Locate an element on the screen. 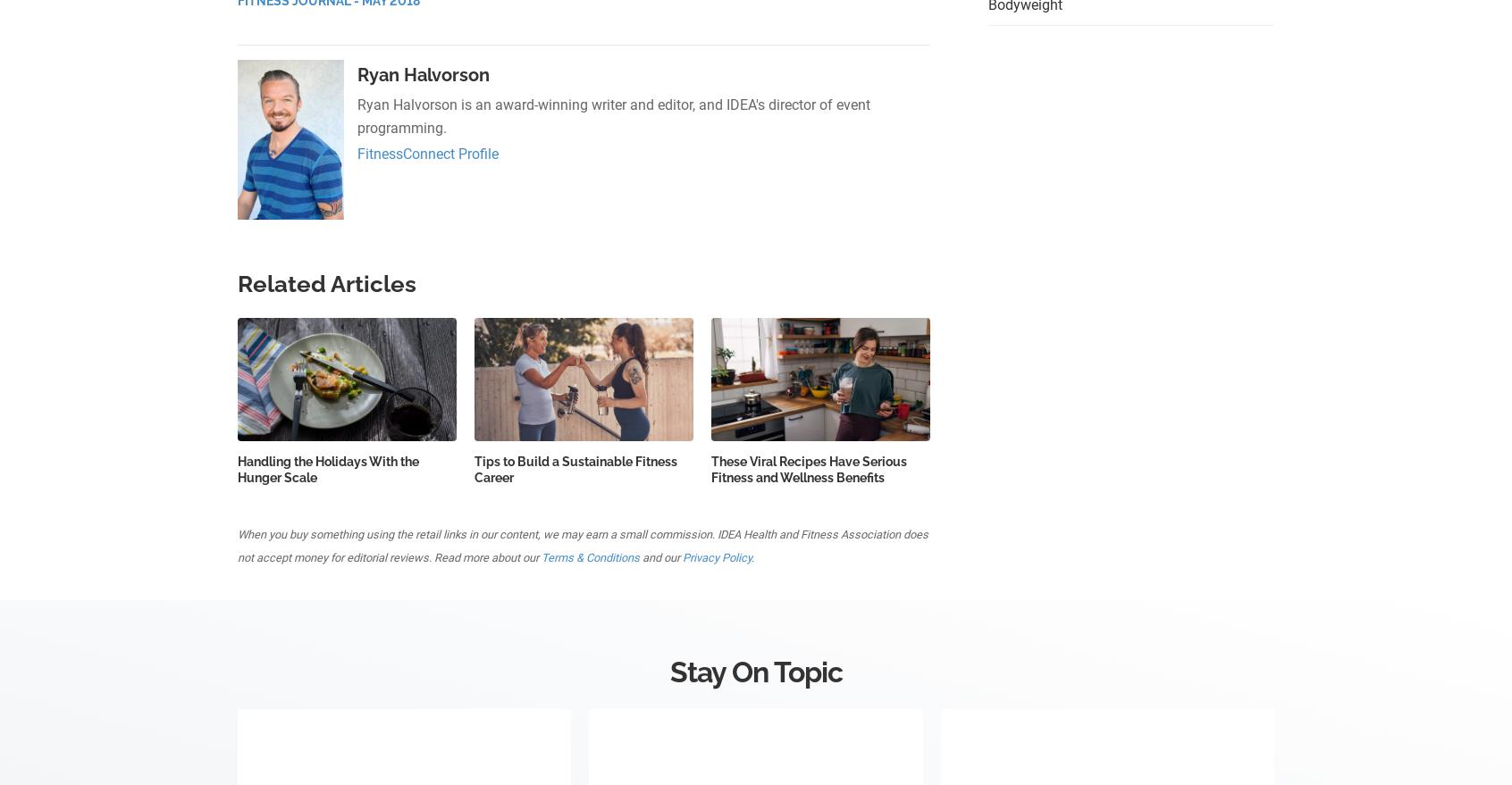 The image size is (1512, 785). 'When you buy something using the retail links in our content, we may earn a small commission. IDEA Health and Fitness Association does not accept money for editorial reviews. Read more about our' is located at coordinates (237, 545).